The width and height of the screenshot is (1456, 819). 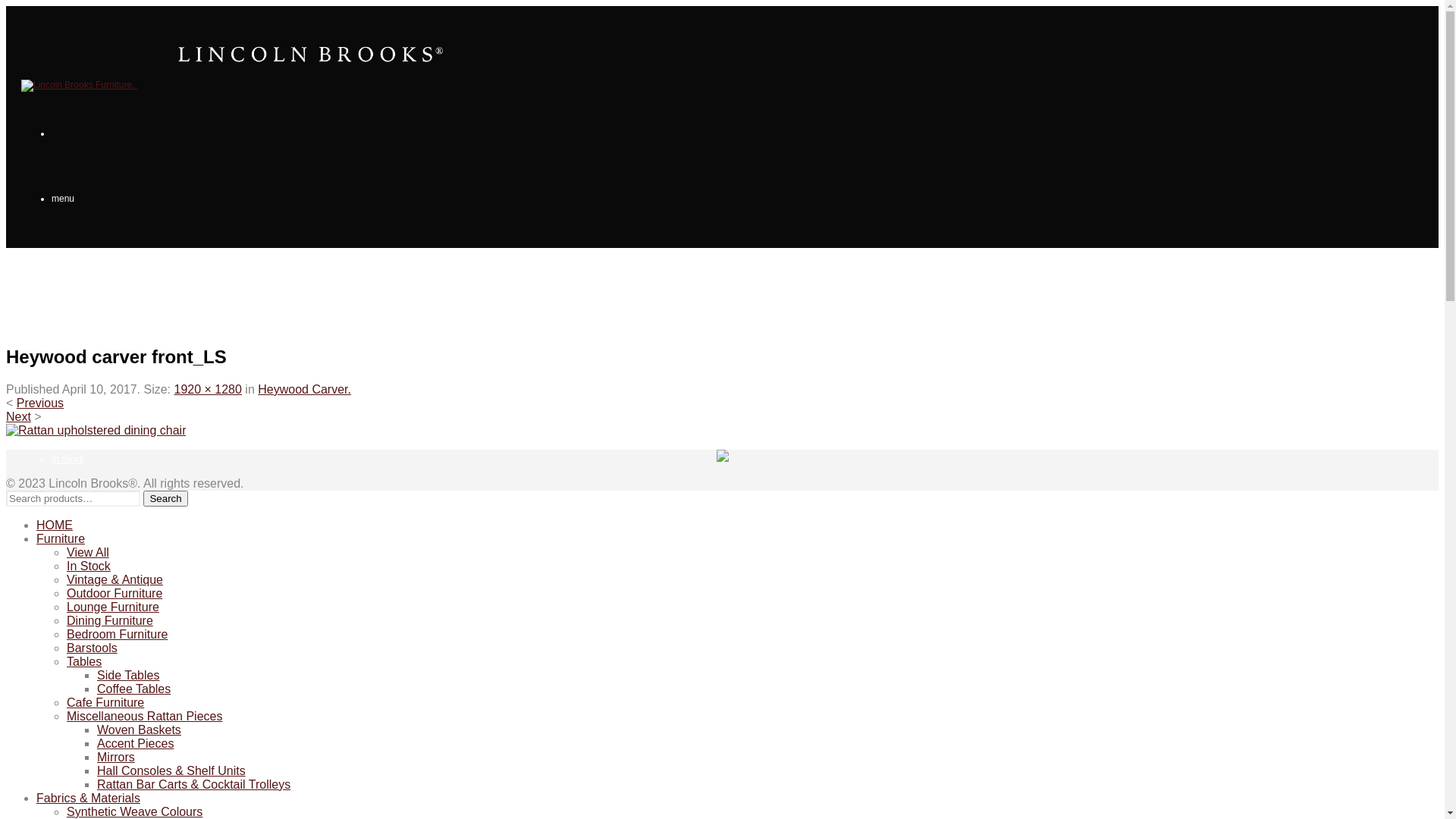 What do you see at coordinates (96, 757) in the screenshot?
I see `'Mirrors'` at bounding box center [96, 757].